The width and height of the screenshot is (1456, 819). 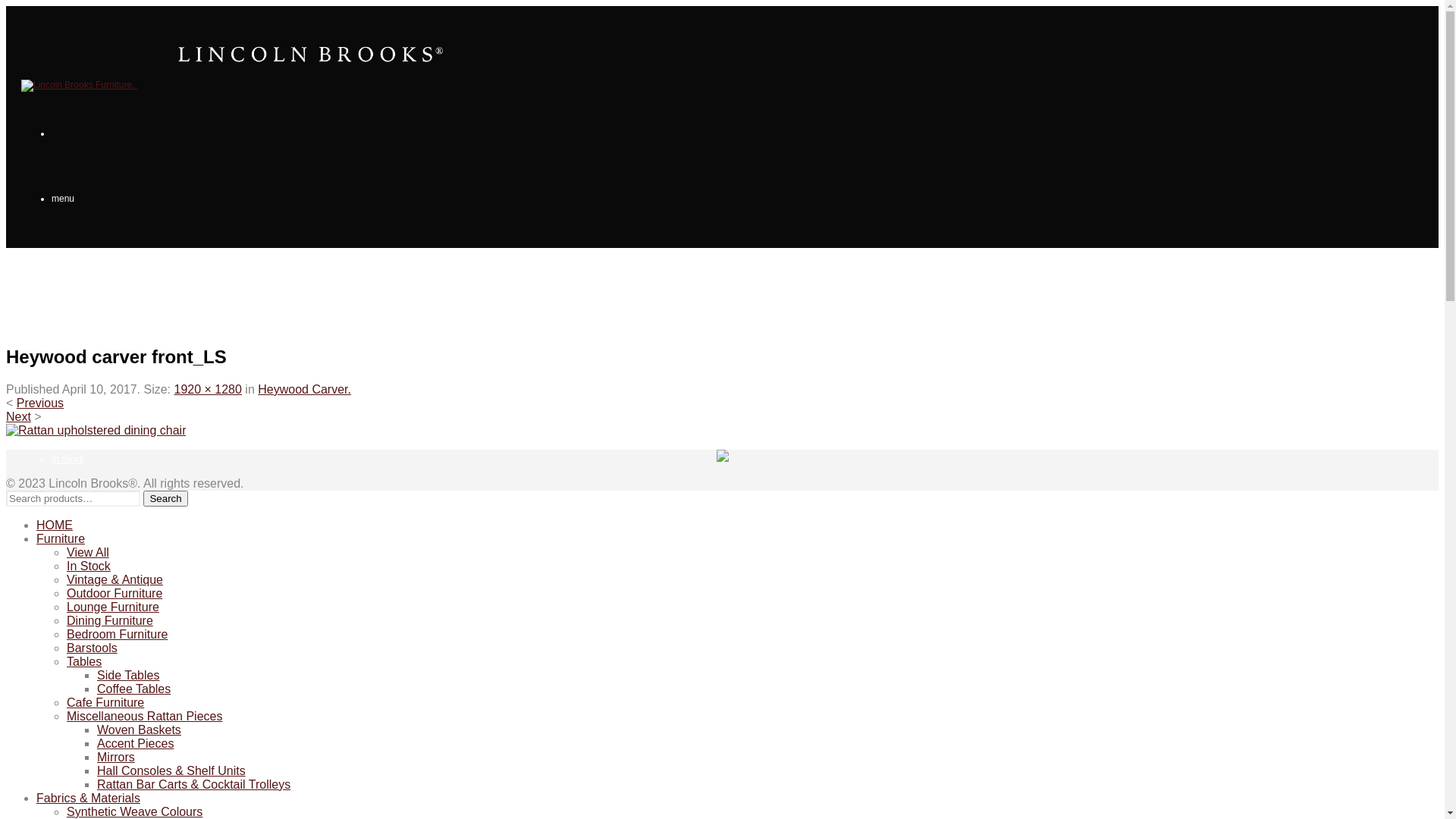 What do you see at coordinates (96, 757) in the screenshot?
I see `'Mirrors'` at bounding box center [96, 757].